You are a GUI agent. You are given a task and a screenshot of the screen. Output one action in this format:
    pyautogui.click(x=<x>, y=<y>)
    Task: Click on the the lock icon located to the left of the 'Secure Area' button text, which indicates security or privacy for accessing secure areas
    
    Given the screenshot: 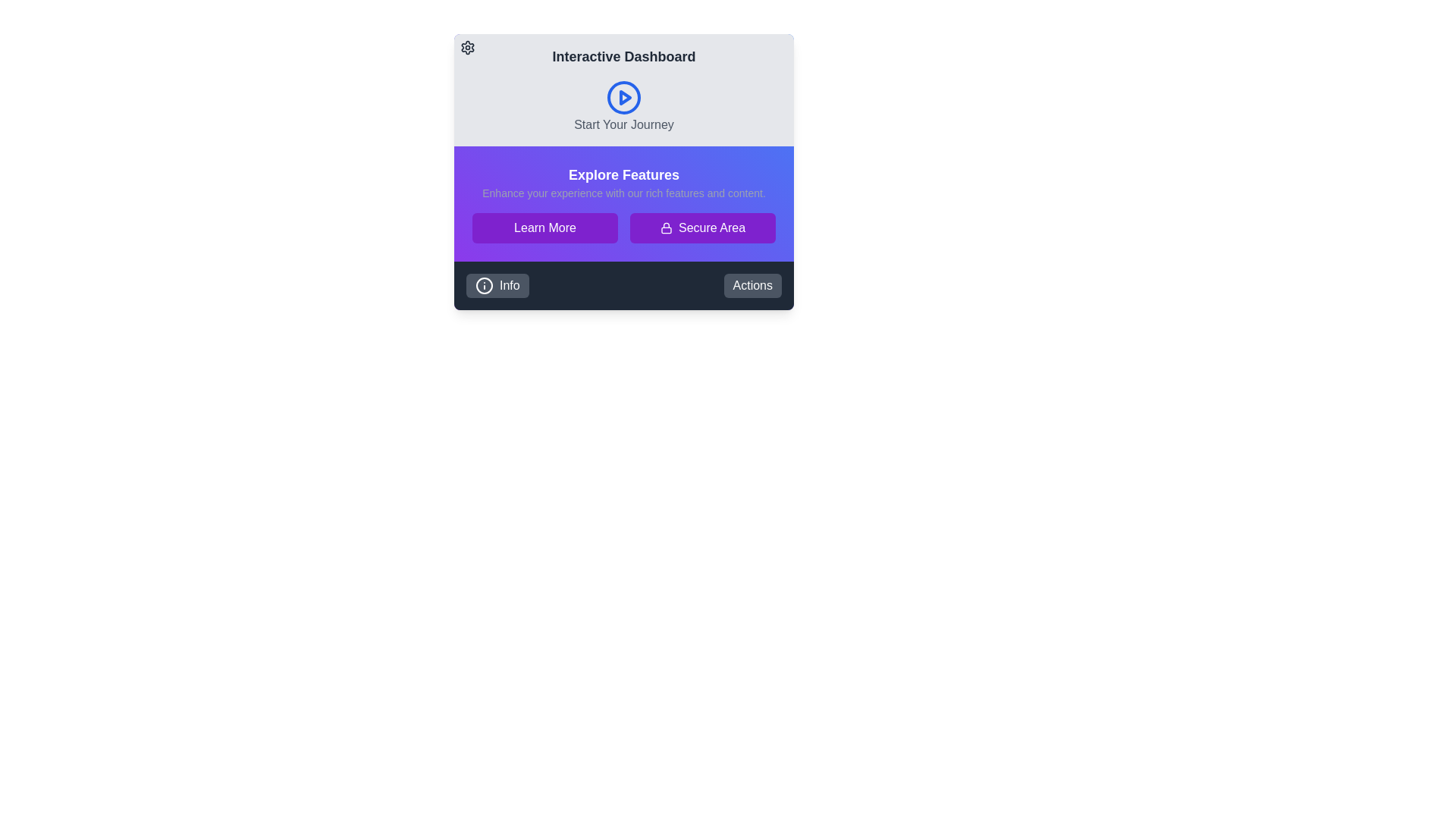 What is the action you would take?
    pyautogui.click(x=666, y=227)
    